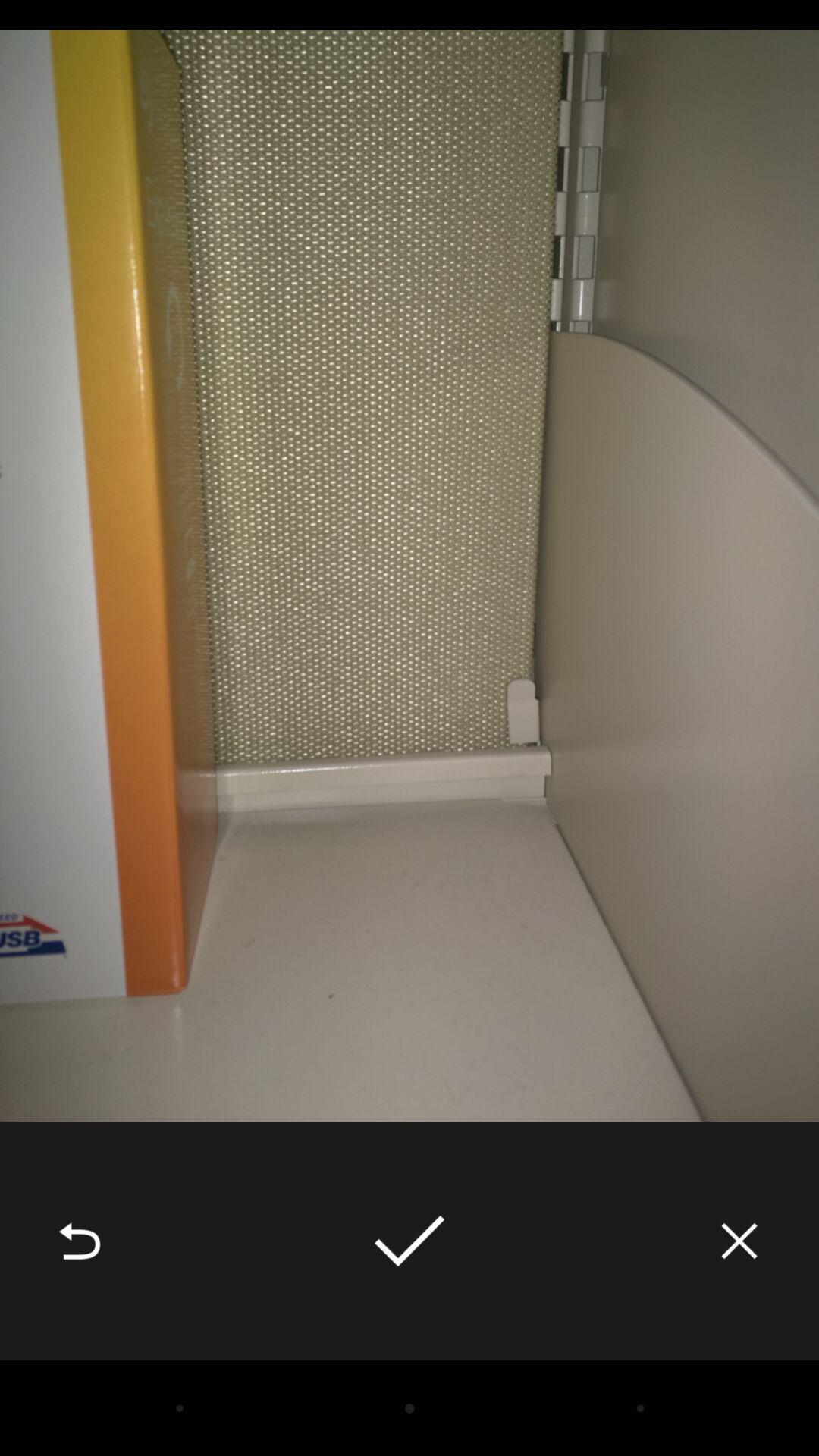 This screenshot has width=819, height=1456. I want to click on the icon at the bottom right corner, so click(739, 1241).